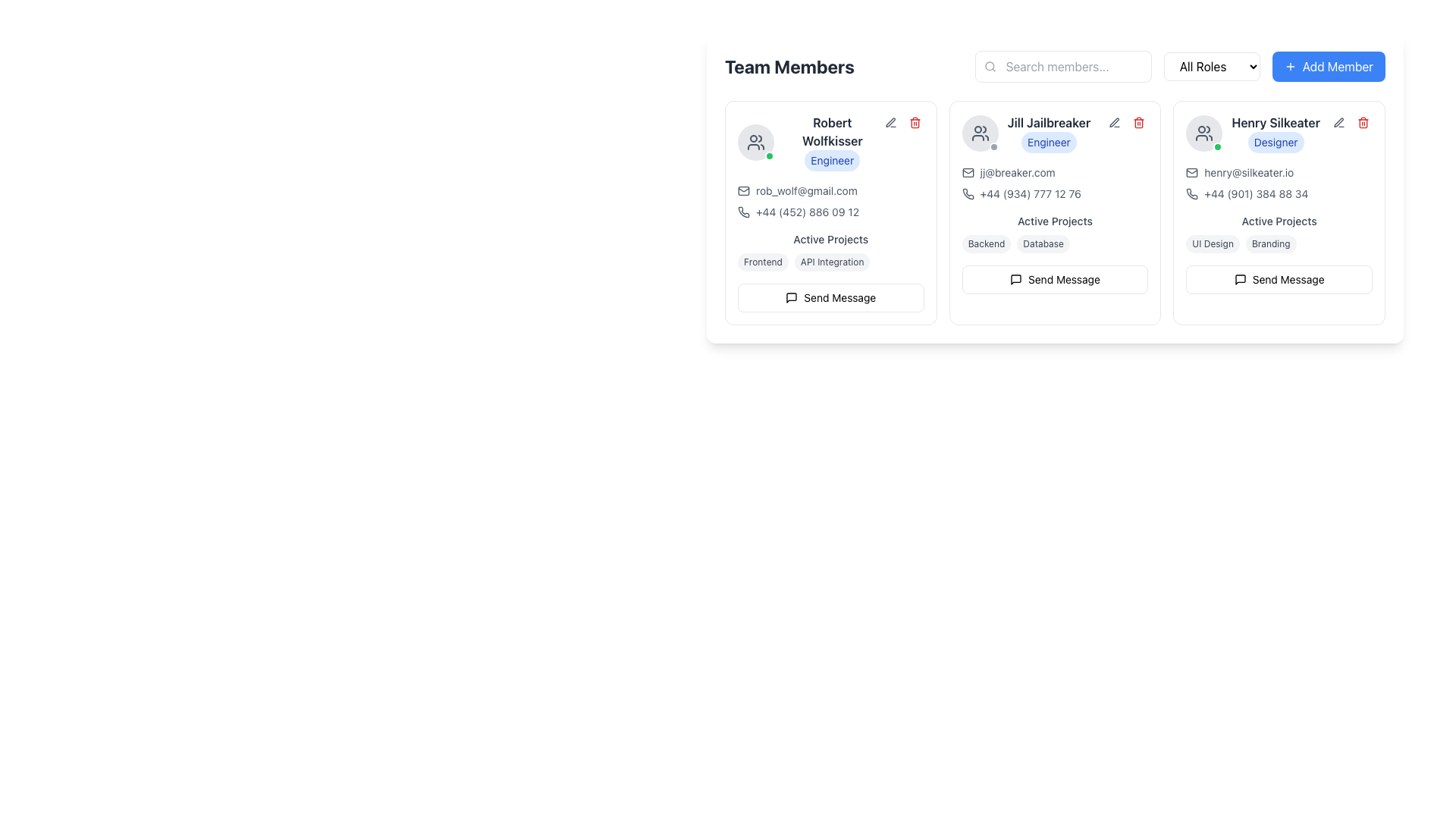 This screenshot has height=819, width=1456. I want to click on the Tags group displaying 'Backend' and 'Database', so click(1054, 243).